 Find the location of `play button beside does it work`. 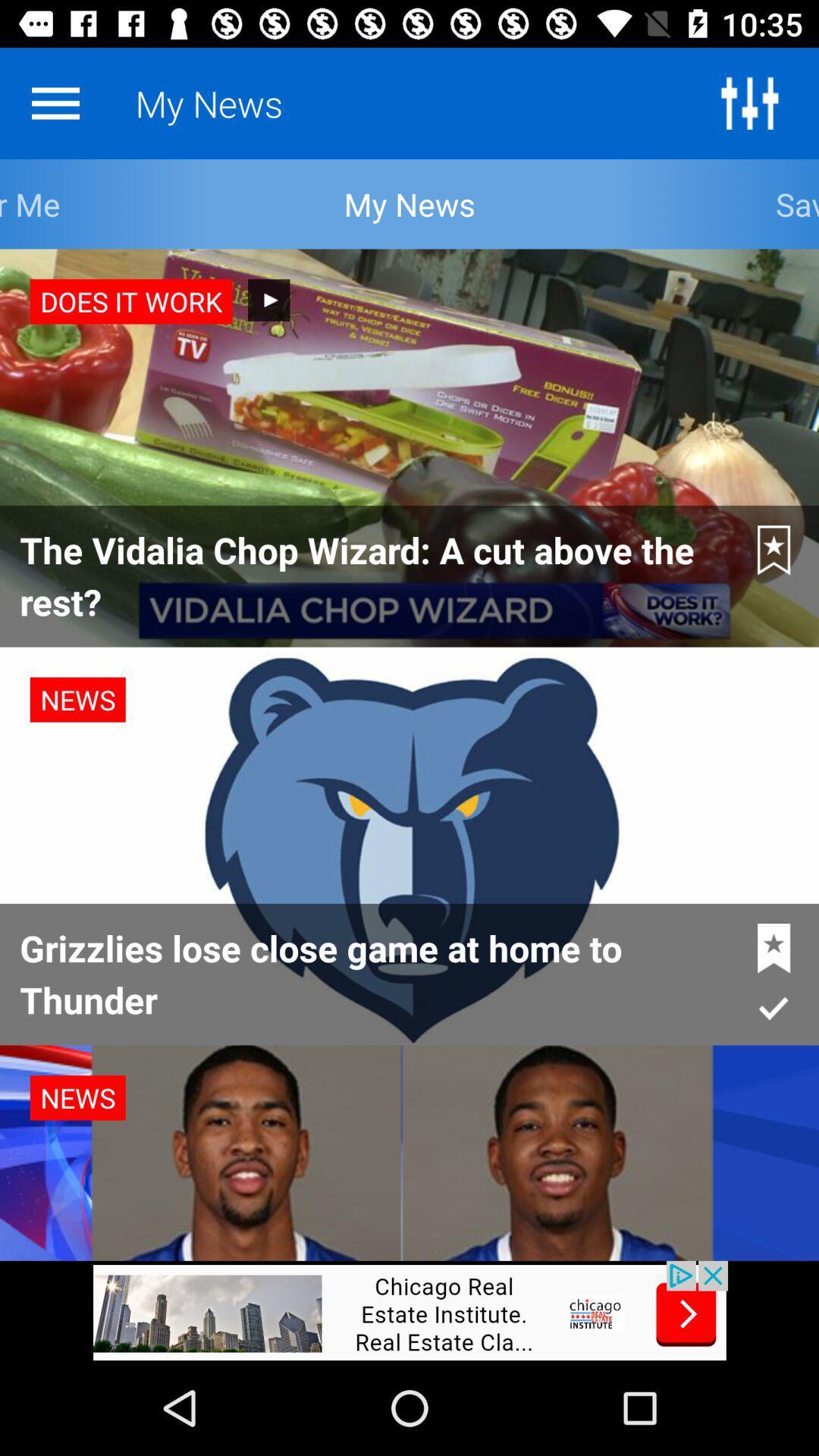

play button beside does it work is located at coordinates (268, 300).